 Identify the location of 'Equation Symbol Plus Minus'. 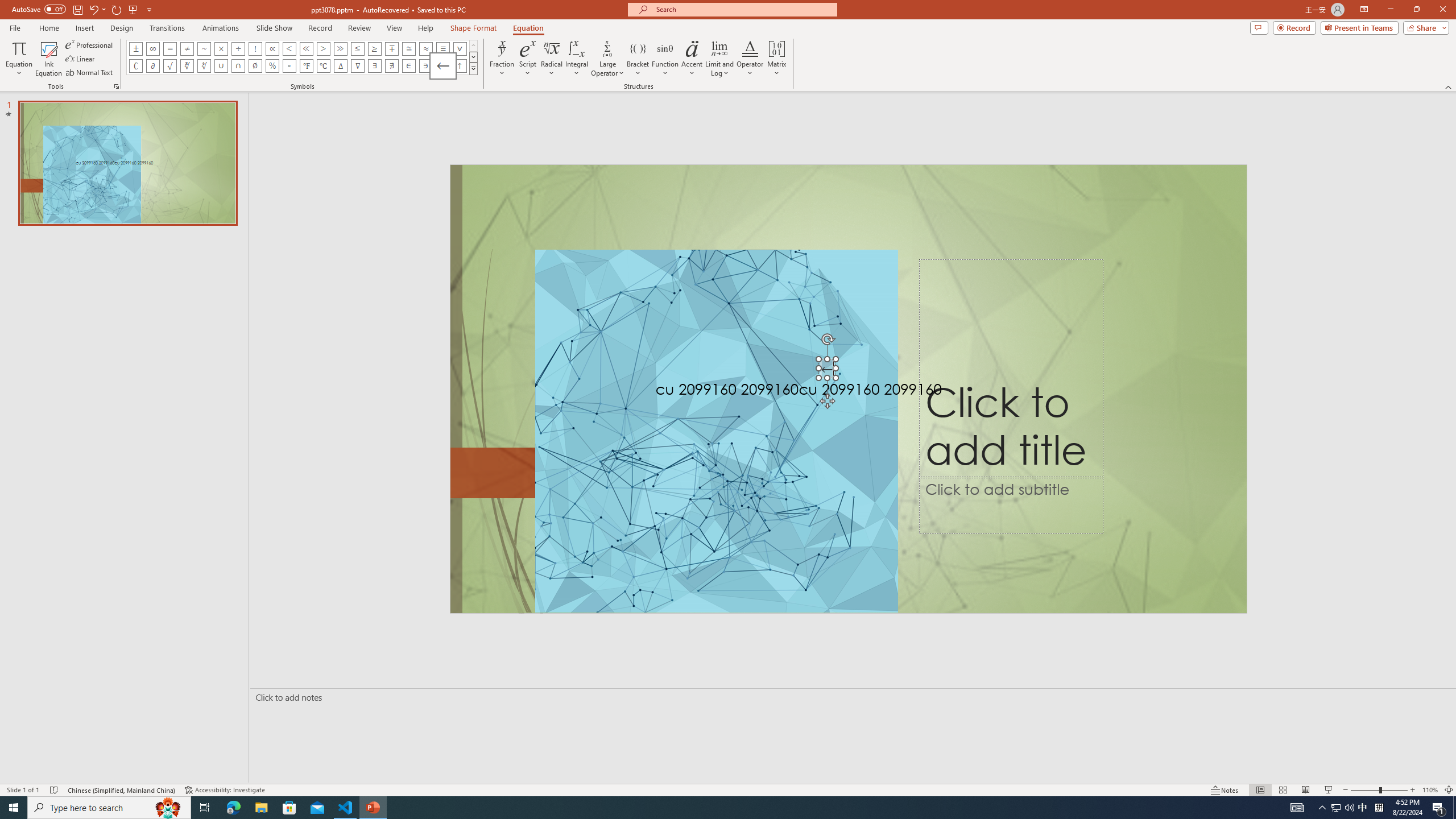
(136, 48).